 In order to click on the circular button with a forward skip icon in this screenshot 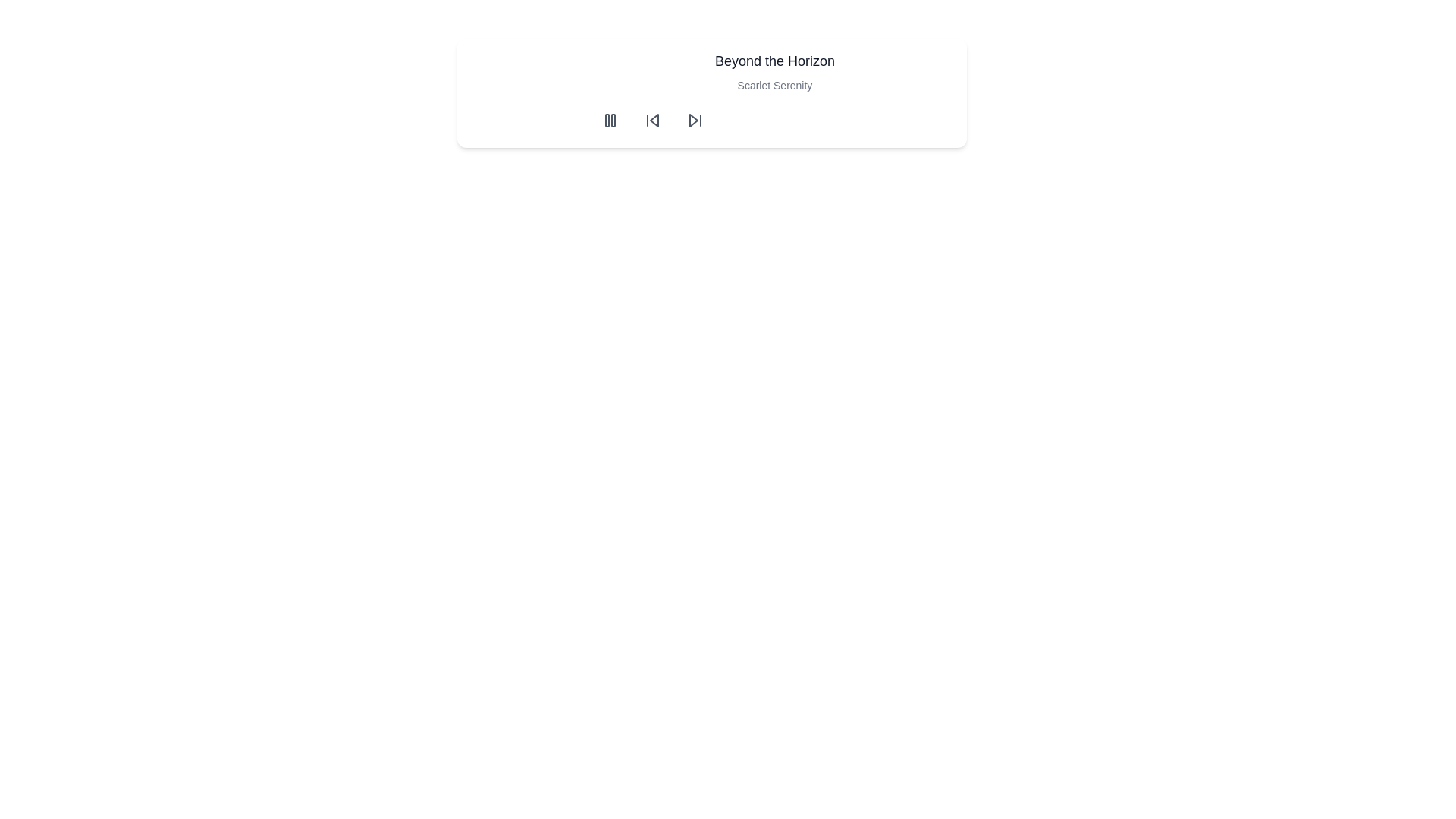, I will do `click(694, 119)`.